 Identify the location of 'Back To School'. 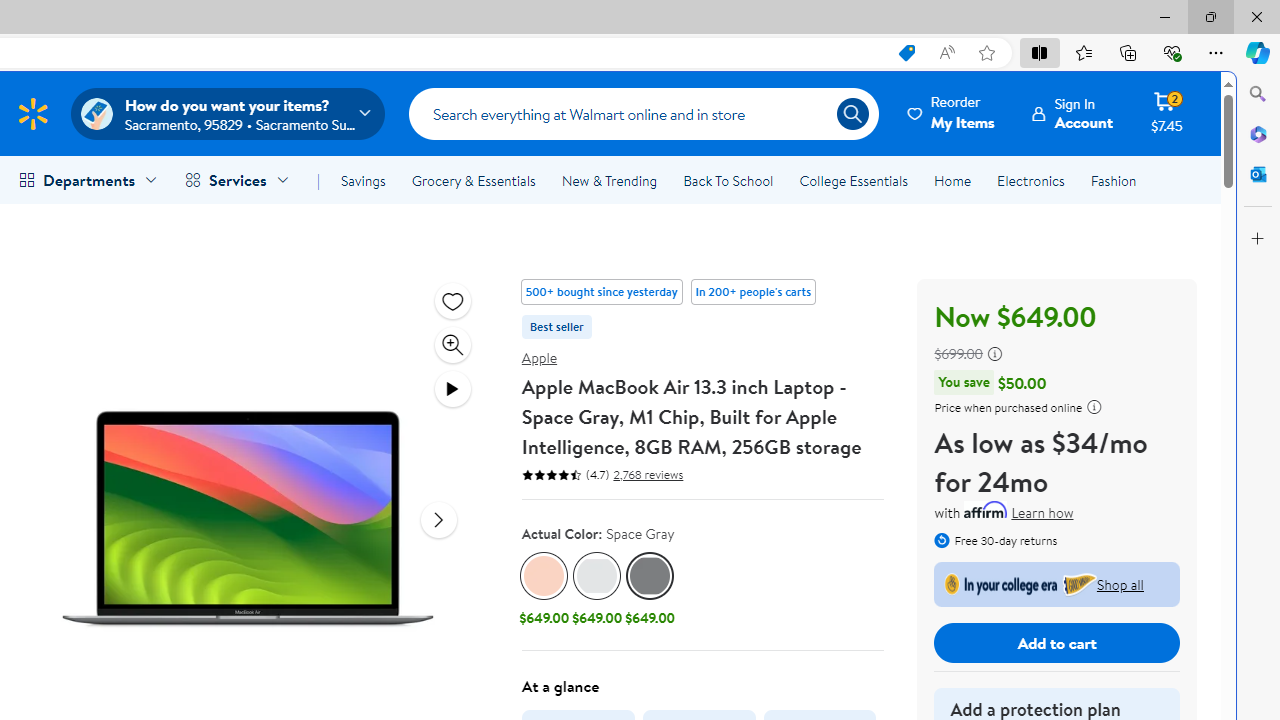
(727, 181).